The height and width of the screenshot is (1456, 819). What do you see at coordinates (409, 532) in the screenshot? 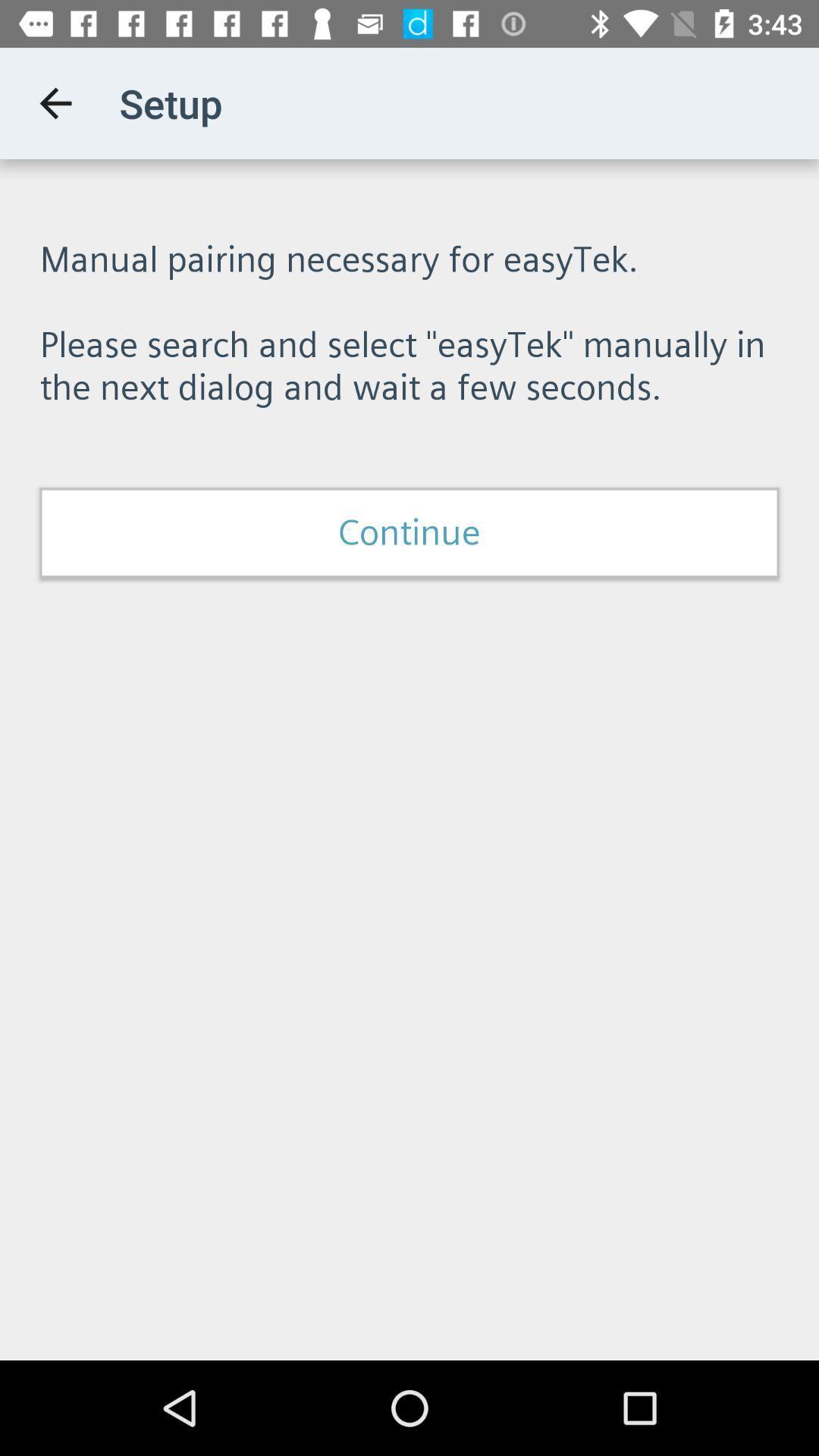
I see `continue icon` at bounding box center [409, 532].